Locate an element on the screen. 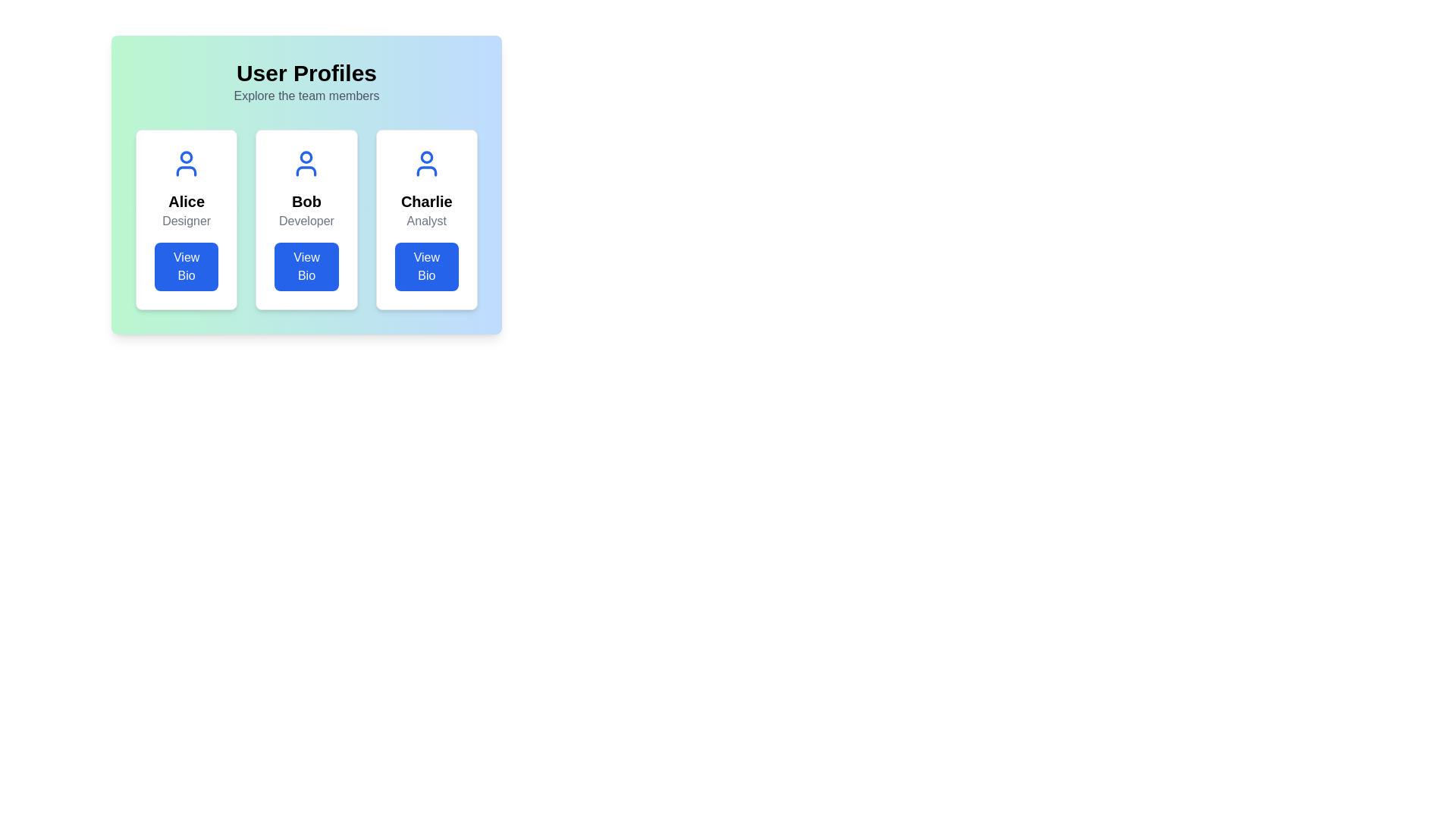 The height and width of the screenshot is (819, 1456). the descriptive text label located directly below the 'User Profiles' heading, which provides context about the section containing profiles of team members is located at coordinates (306, 96).